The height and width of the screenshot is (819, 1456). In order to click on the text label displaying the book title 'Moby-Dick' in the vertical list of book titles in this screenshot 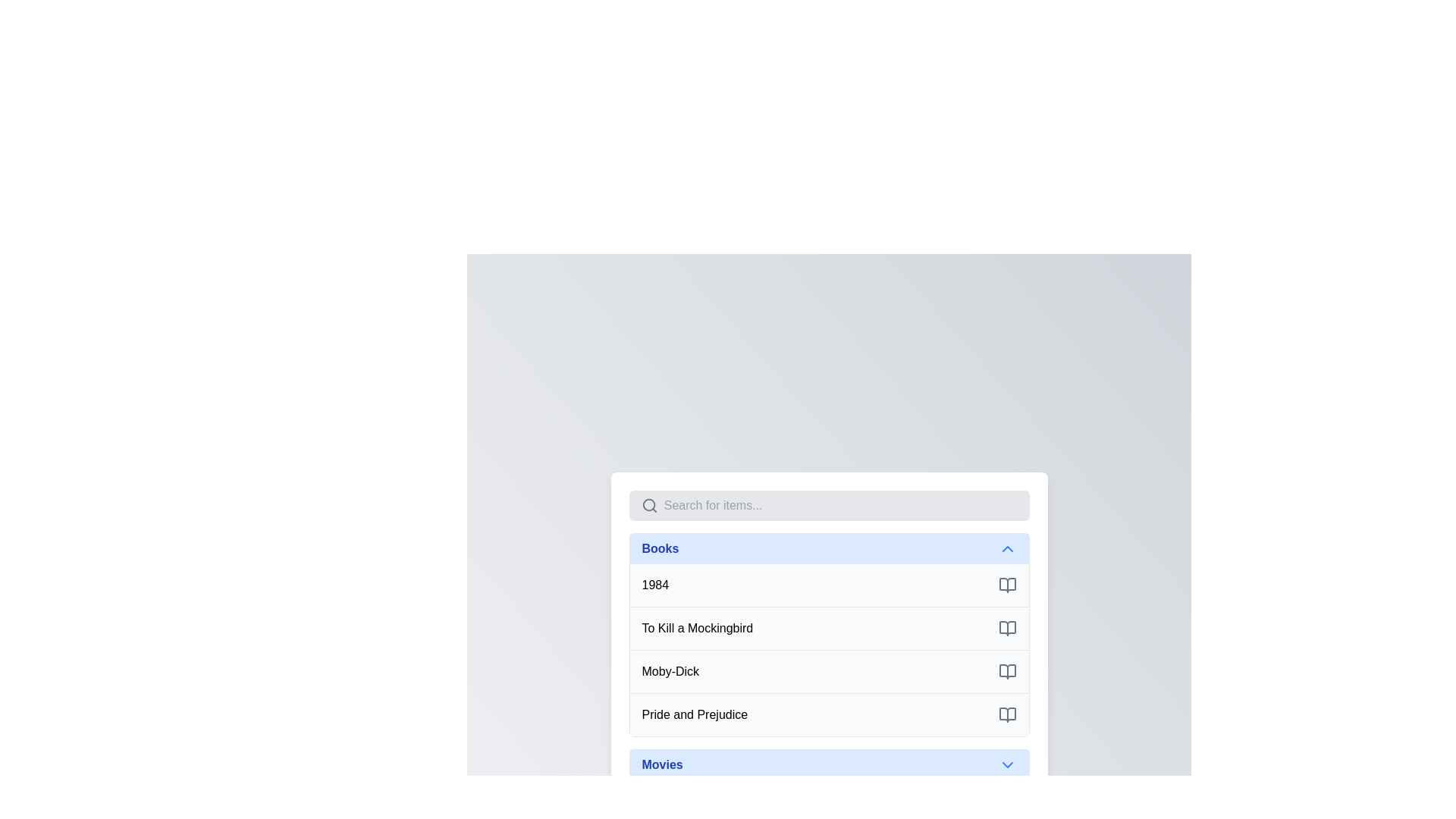, I will do `click(670, 670)`.